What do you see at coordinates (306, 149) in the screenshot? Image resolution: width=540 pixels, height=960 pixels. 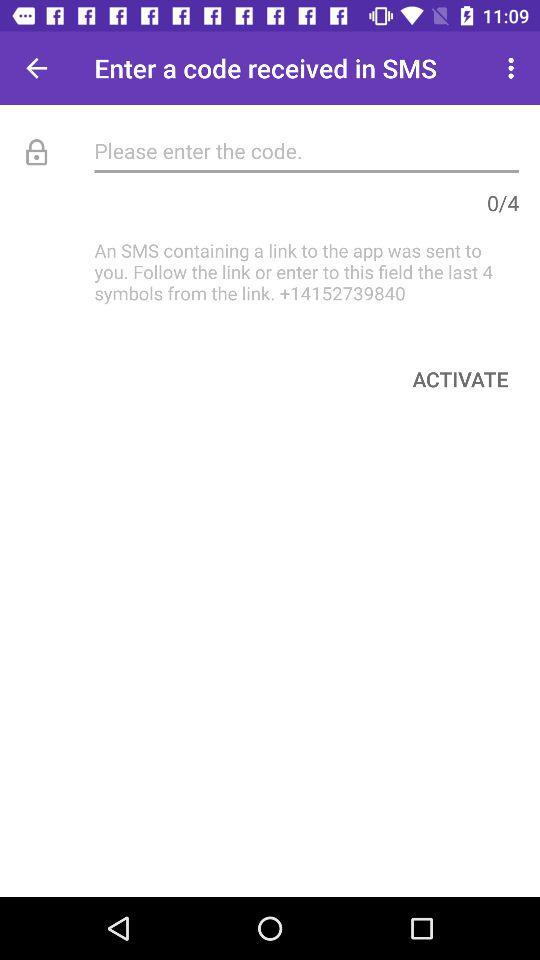 I see `confirmation code by sms` at bounding box center [306, 149].